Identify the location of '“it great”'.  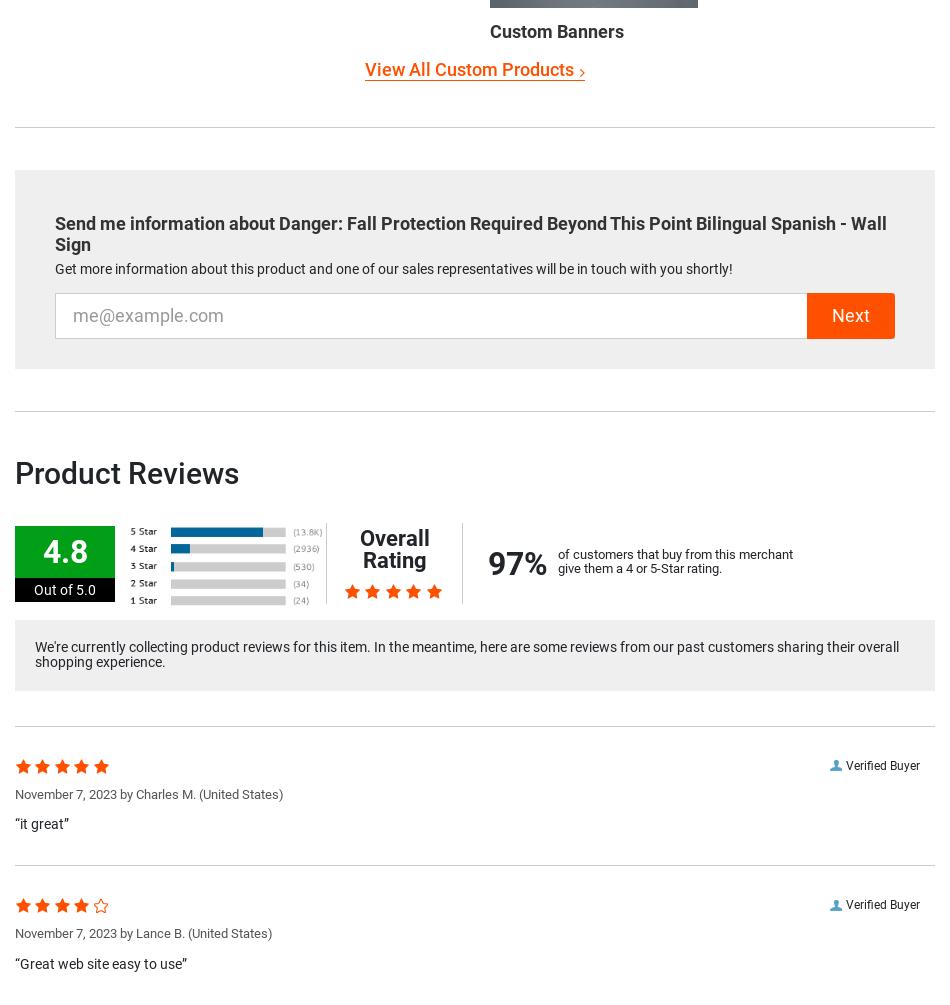
(41, 823).